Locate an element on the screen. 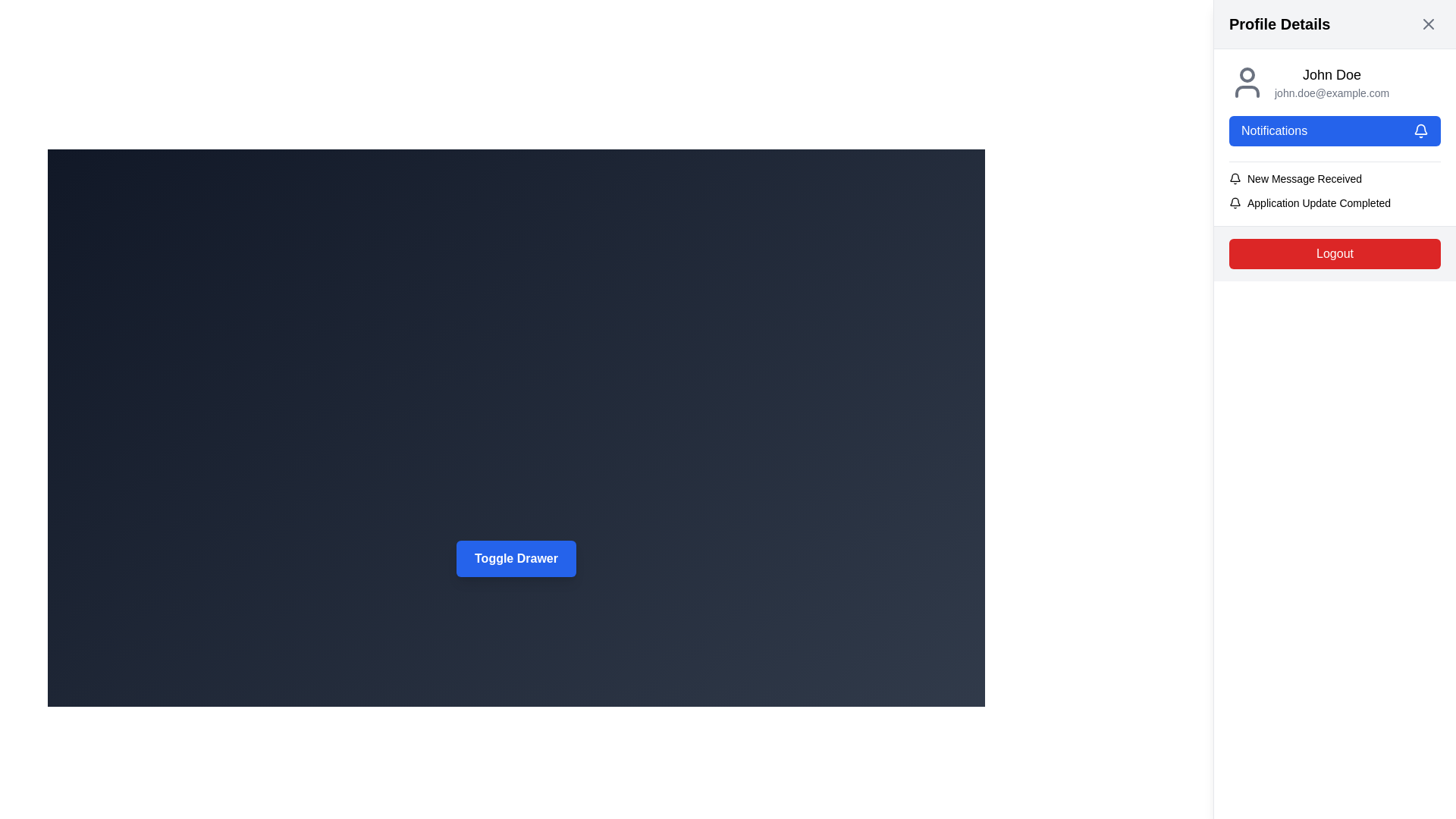 Image resolution: width=1456 pixels, height=819 pixels. the bell icon located in the right sidebar beneath the 'Notifications' label, which indicates a feature related to notifications is located at coordinates (1235, 177).